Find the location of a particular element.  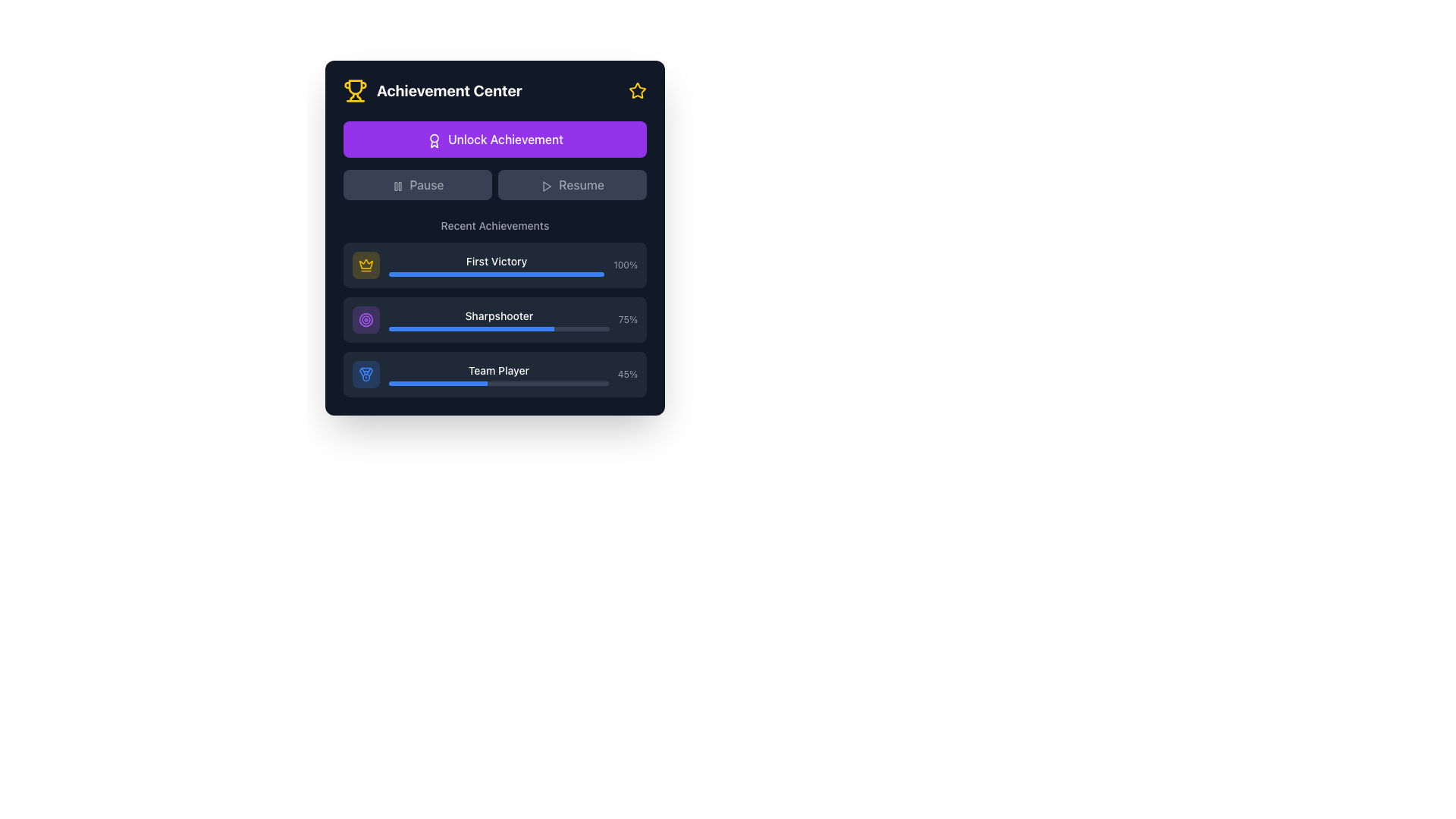

the information displayed in the 'Sharpshooter' achievement row, which includes a progress bar indicating 75% completion and an associated icon, located in the second row of the 'Recent Achievements' section is located at coordinates (494, 318).